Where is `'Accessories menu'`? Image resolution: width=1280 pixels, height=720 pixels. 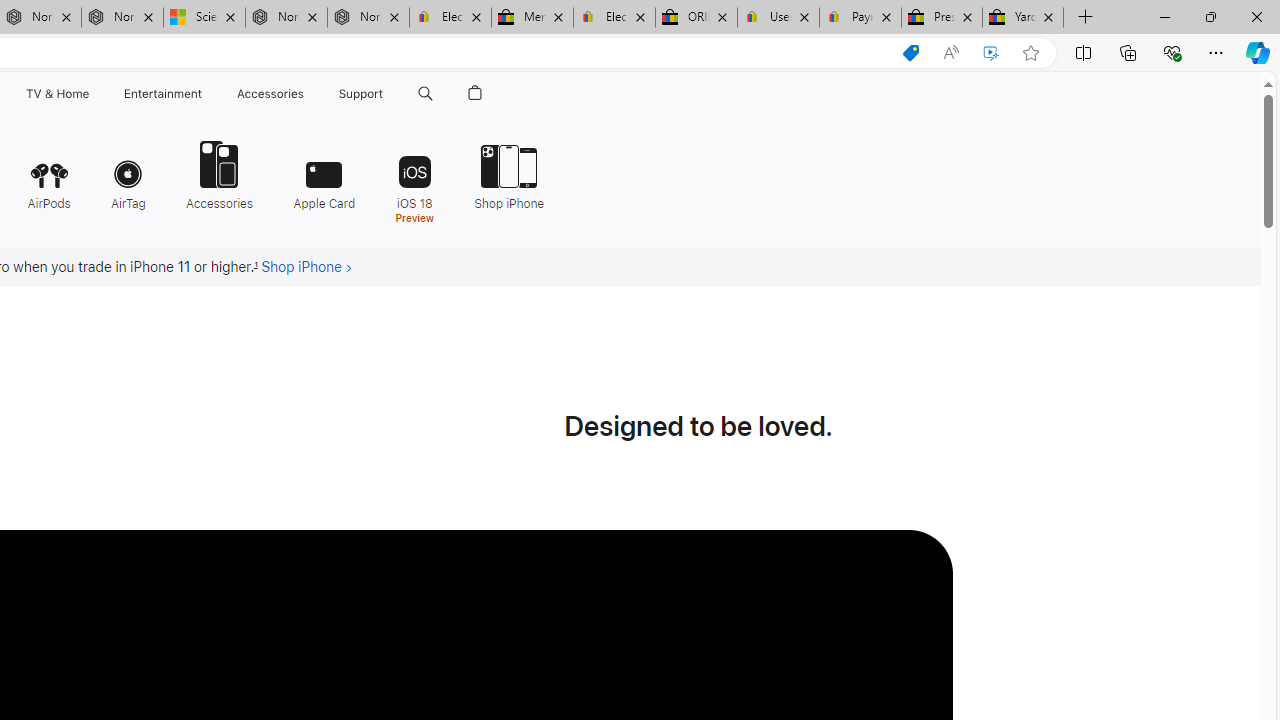
'Accessories menu' is located at coordinates (306, 93).